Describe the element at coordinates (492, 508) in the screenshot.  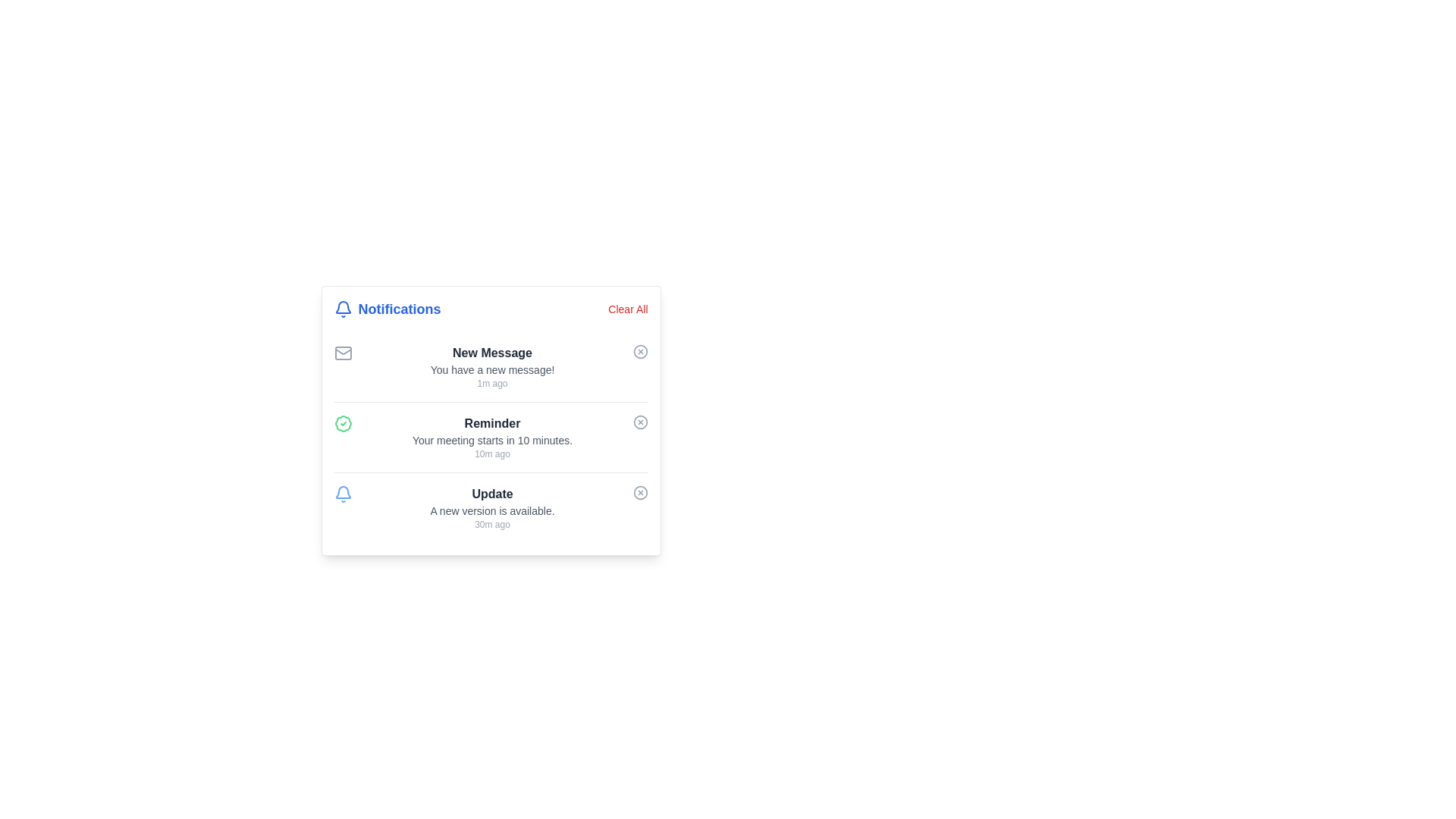
I see `the Notification entry element that displays 'Update', 'A new version is available.', and '30m ago' in a vertically stacked format` at that location.